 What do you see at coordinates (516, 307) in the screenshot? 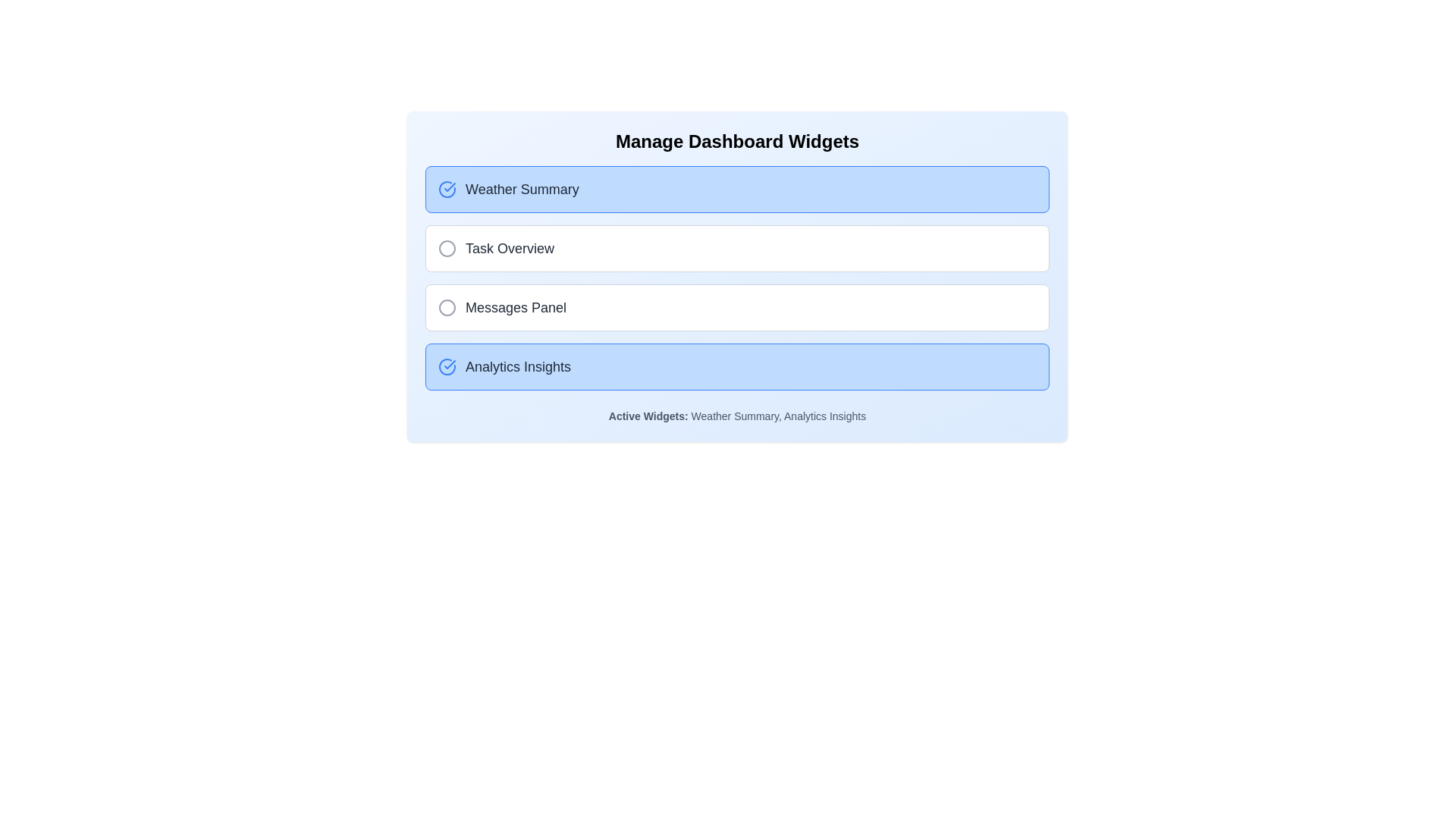
I see `the 'Messages Panel' text label` at bounding box center [516, 307].